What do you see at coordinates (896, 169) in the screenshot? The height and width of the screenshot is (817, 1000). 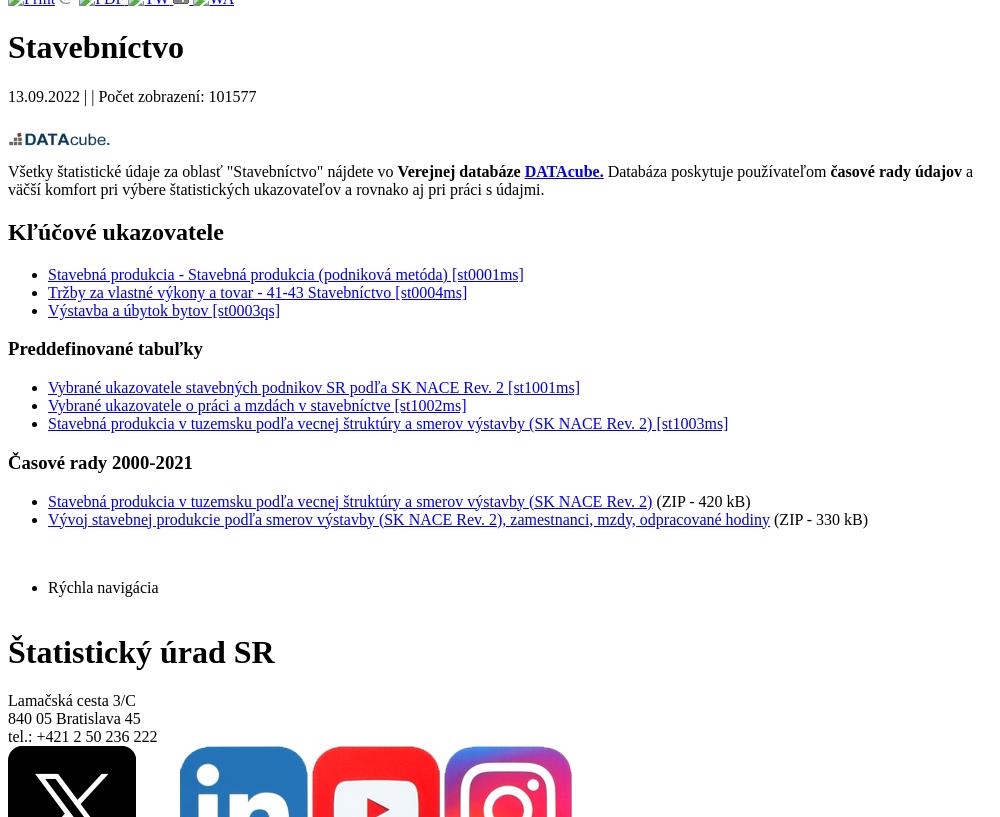 I see `'časové rady údajov'` at bounding box center [896, 169].